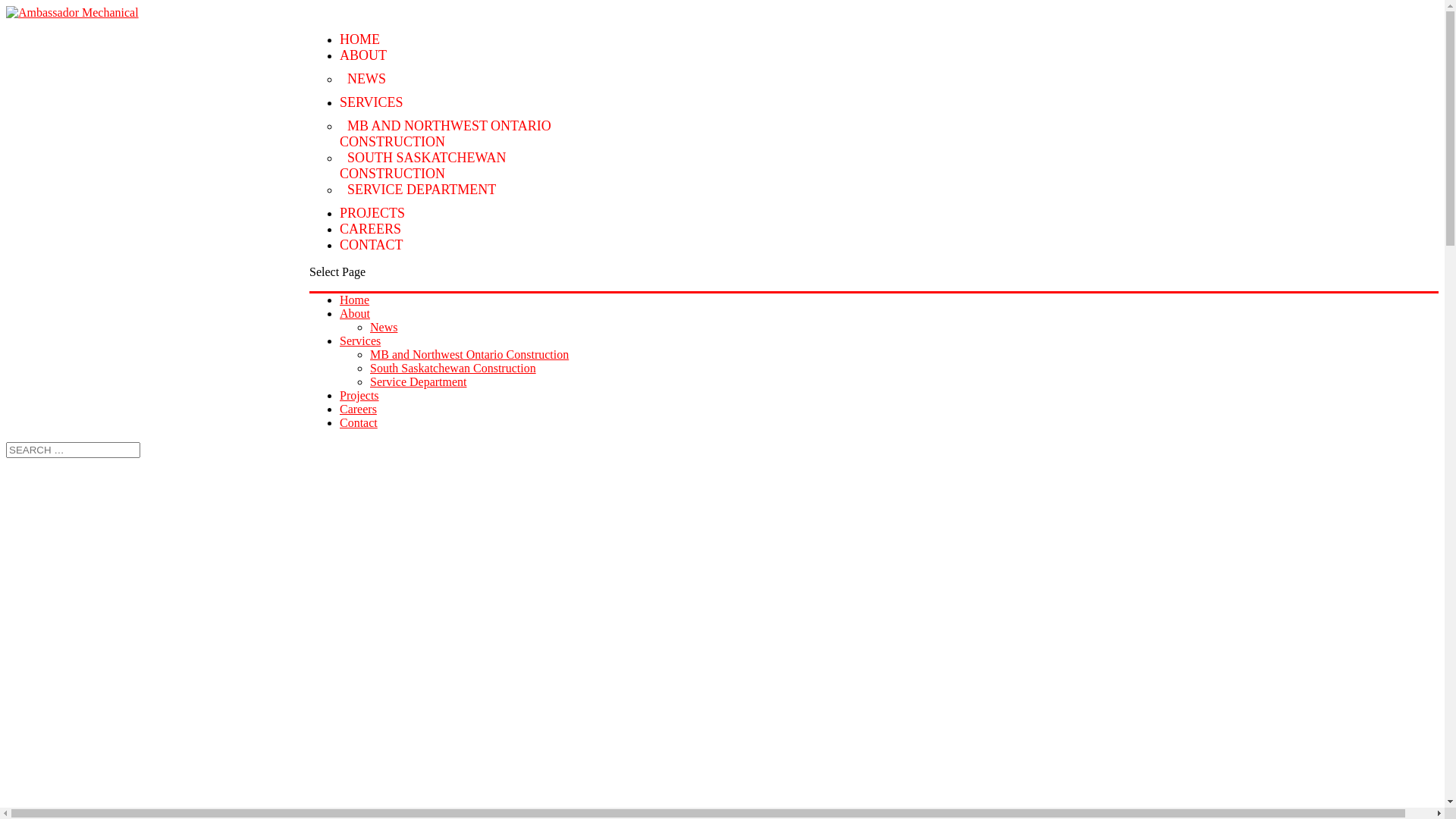 This screenshot has height=819, width=1456. I want to click on 'Careers', so click(357, 408).